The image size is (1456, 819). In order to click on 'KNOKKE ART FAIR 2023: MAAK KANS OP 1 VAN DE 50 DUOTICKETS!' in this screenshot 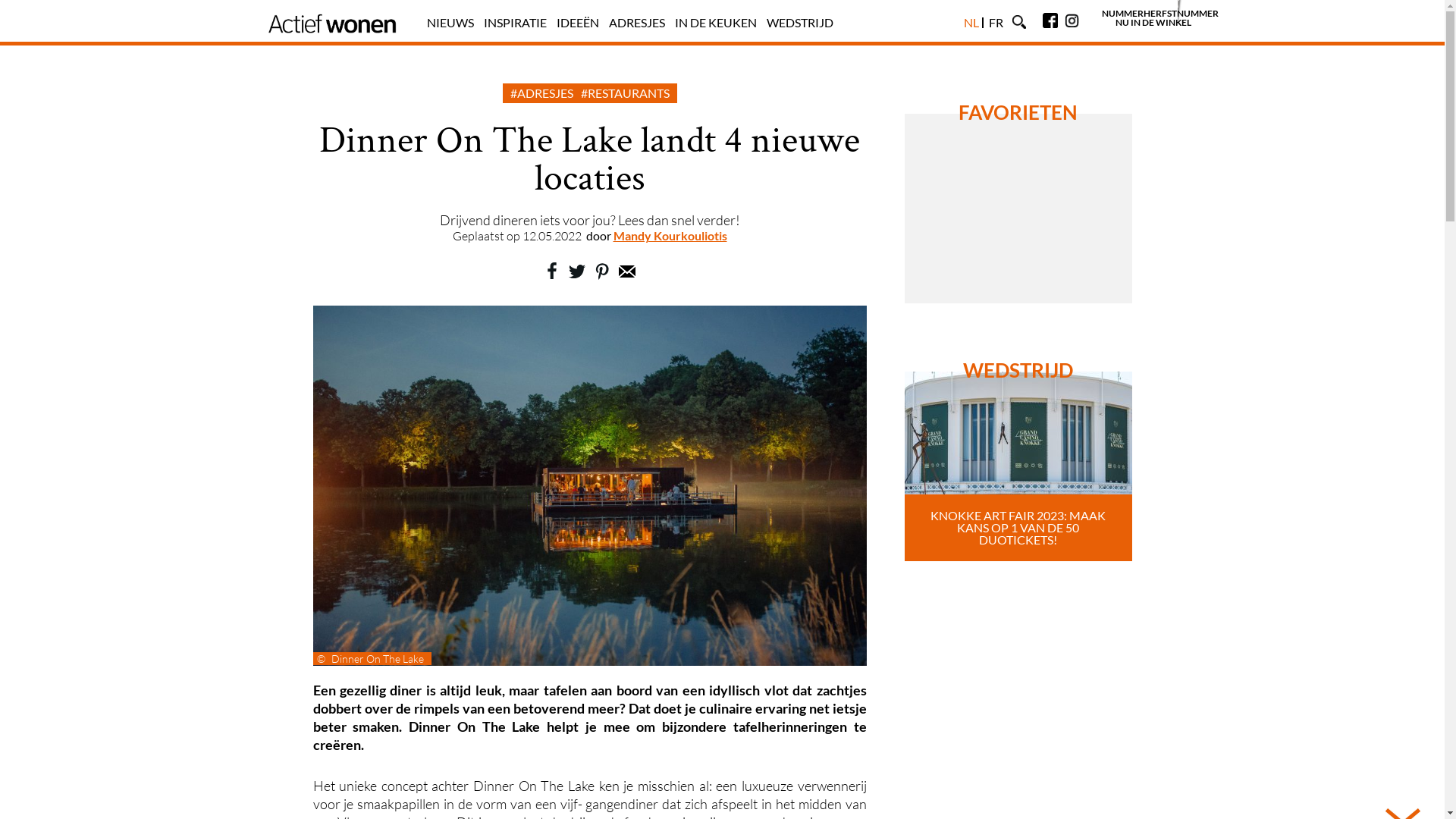, I will do `click(1018, 465)`.